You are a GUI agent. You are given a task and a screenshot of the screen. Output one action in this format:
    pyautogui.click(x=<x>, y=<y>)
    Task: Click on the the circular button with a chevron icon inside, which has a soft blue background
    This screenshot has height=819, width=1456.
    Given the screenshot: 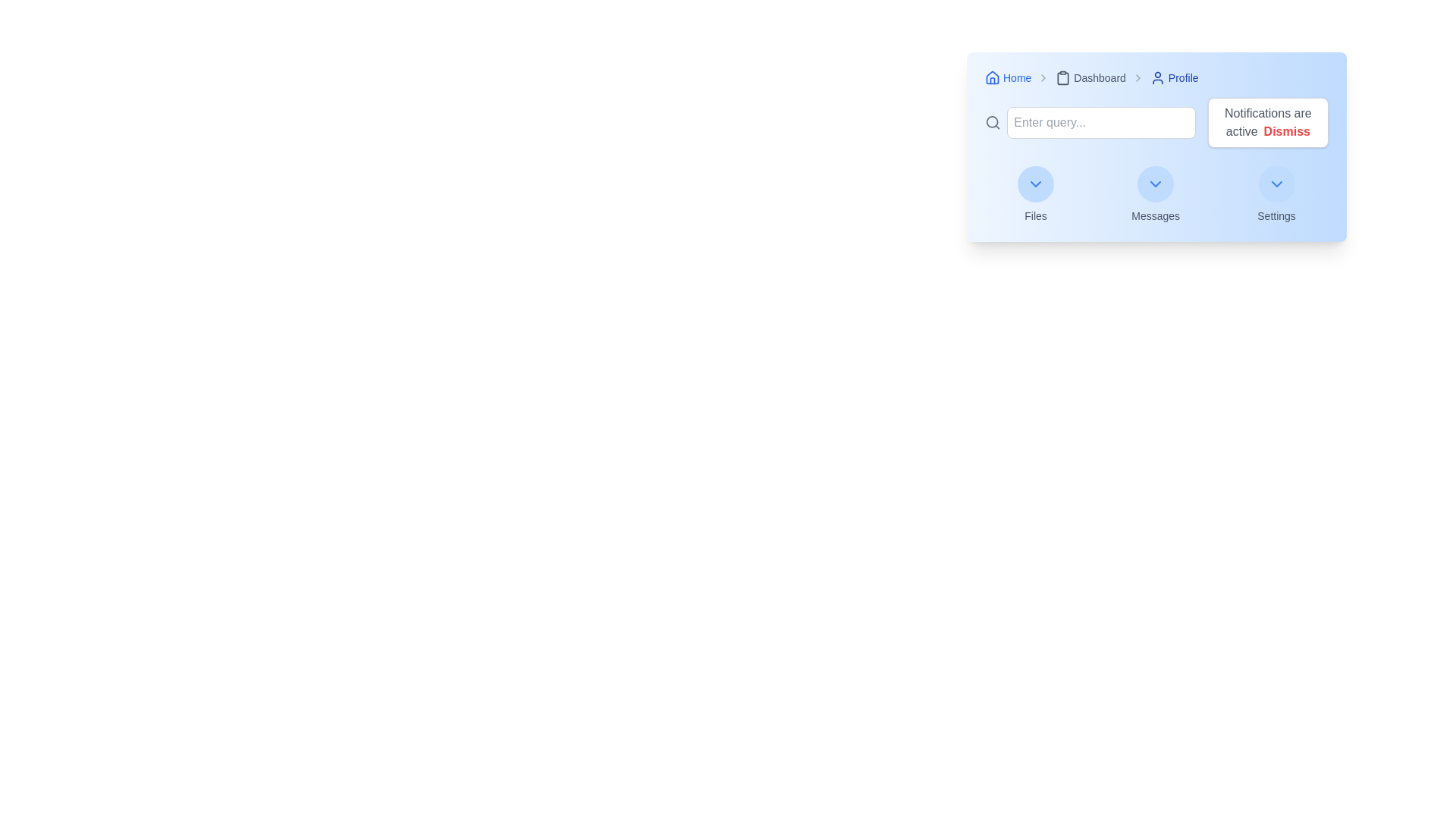 What is the action you would take?
    pyautogui.click(x=1155, y=184)
    